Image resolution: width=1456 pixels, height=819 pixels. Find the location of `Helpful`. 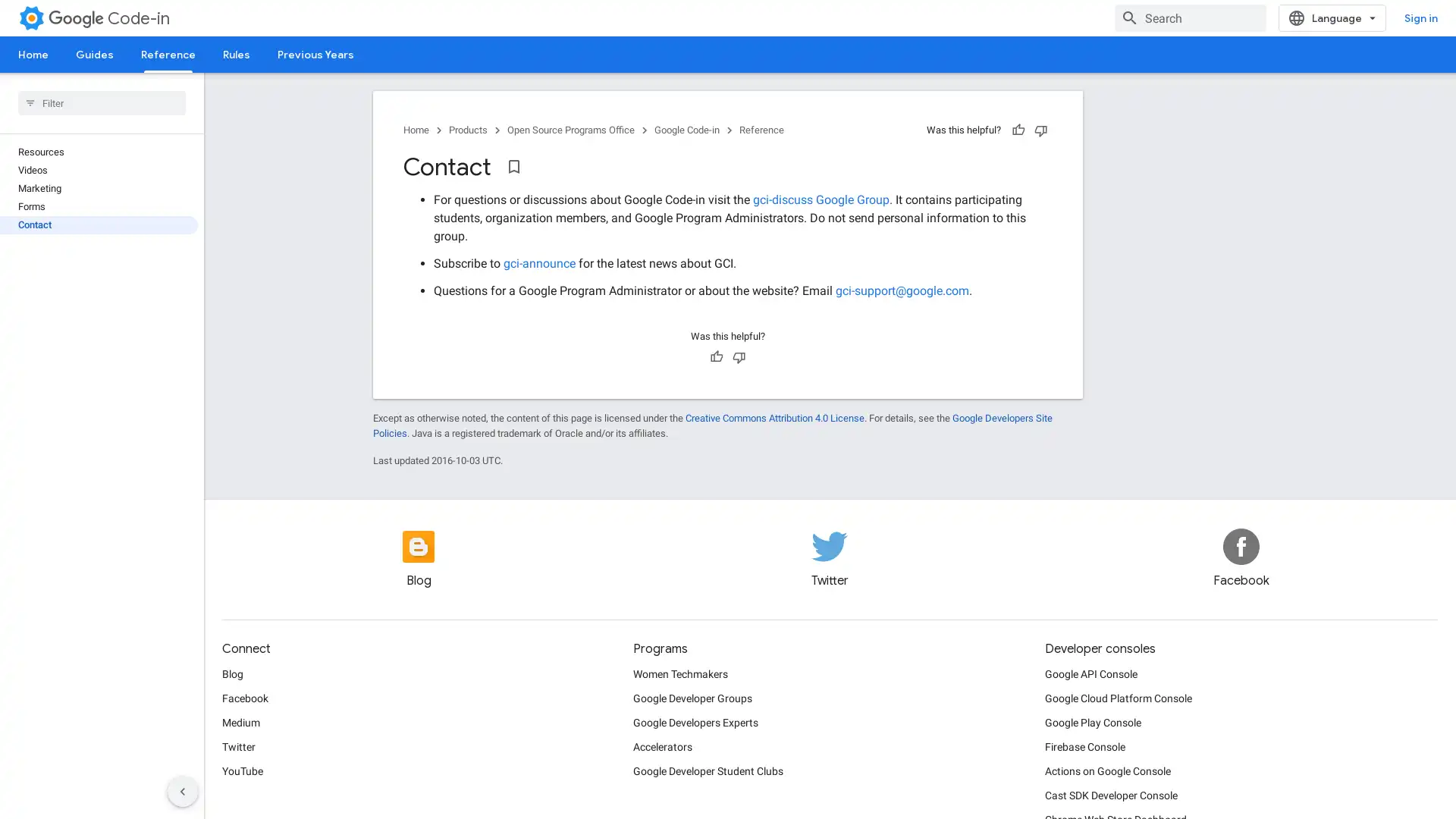

Helpful is located at coordinates (1018, 130).